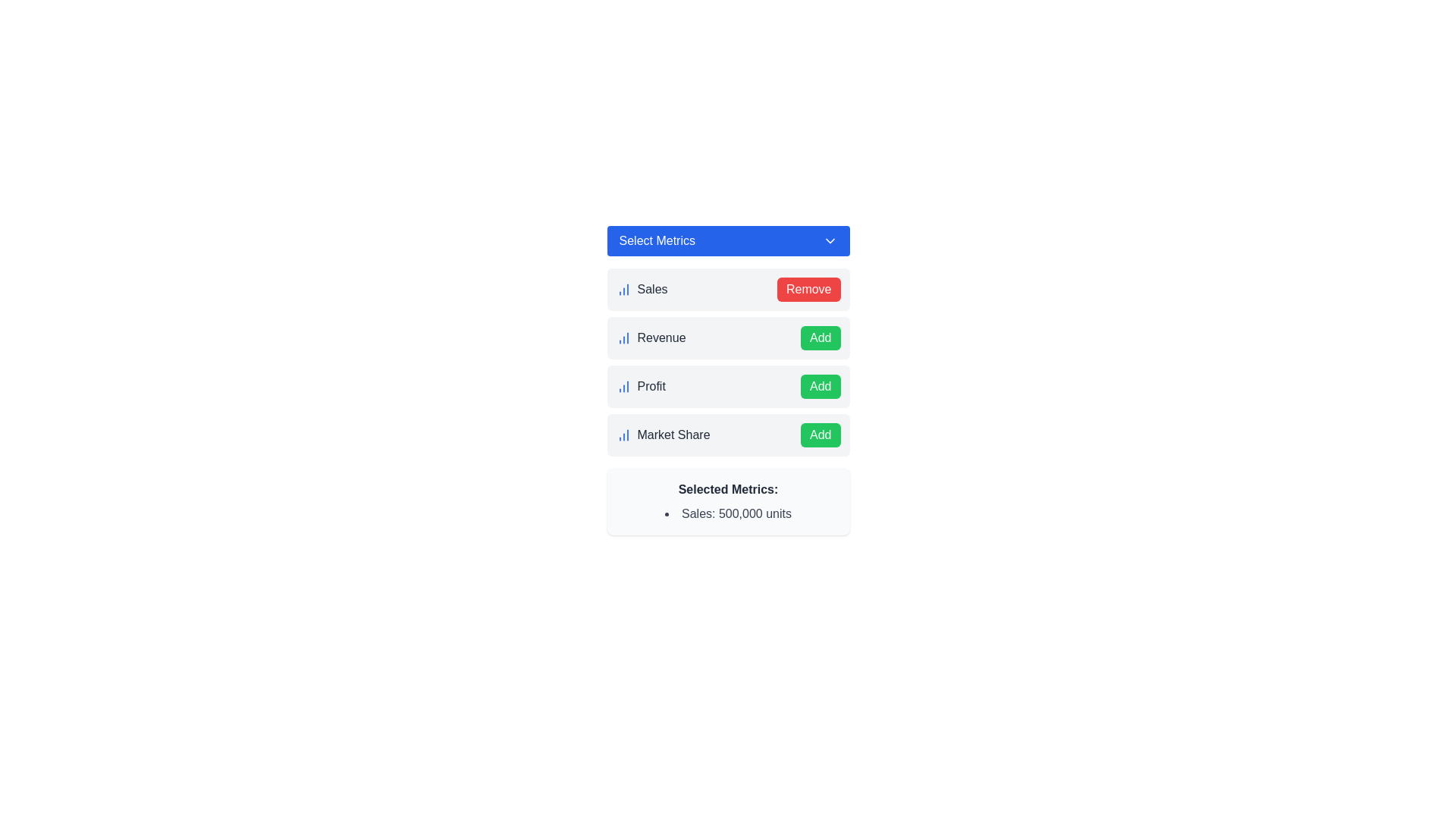 The height and width of the screenshot is (819, 1456). I want to click on the 'remove Sales' button located on the right side of the list item next to the text 'Sales', so click(808, 289).